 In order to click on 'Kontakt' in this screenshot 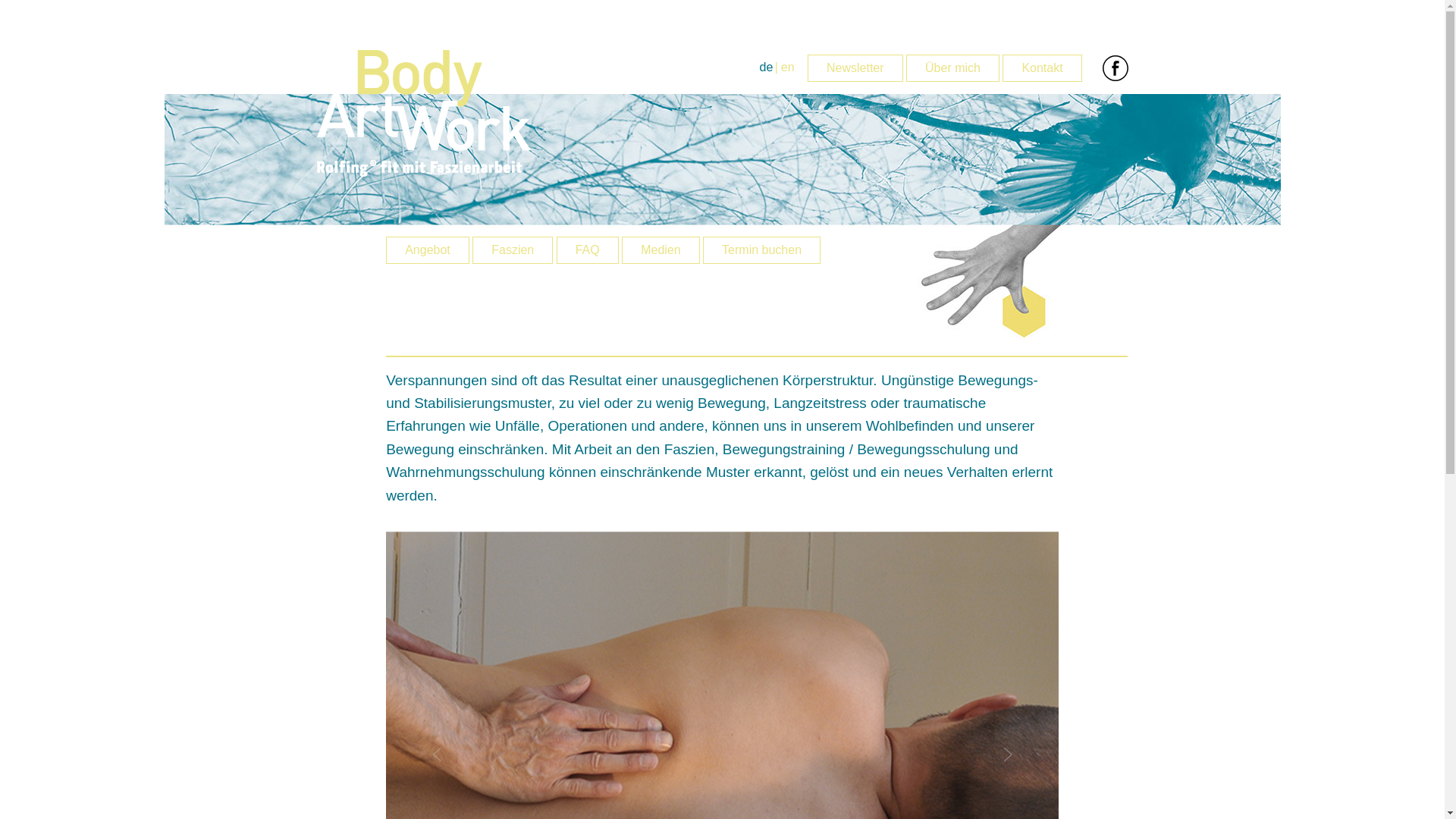, I will do `click(1002, 67)`.